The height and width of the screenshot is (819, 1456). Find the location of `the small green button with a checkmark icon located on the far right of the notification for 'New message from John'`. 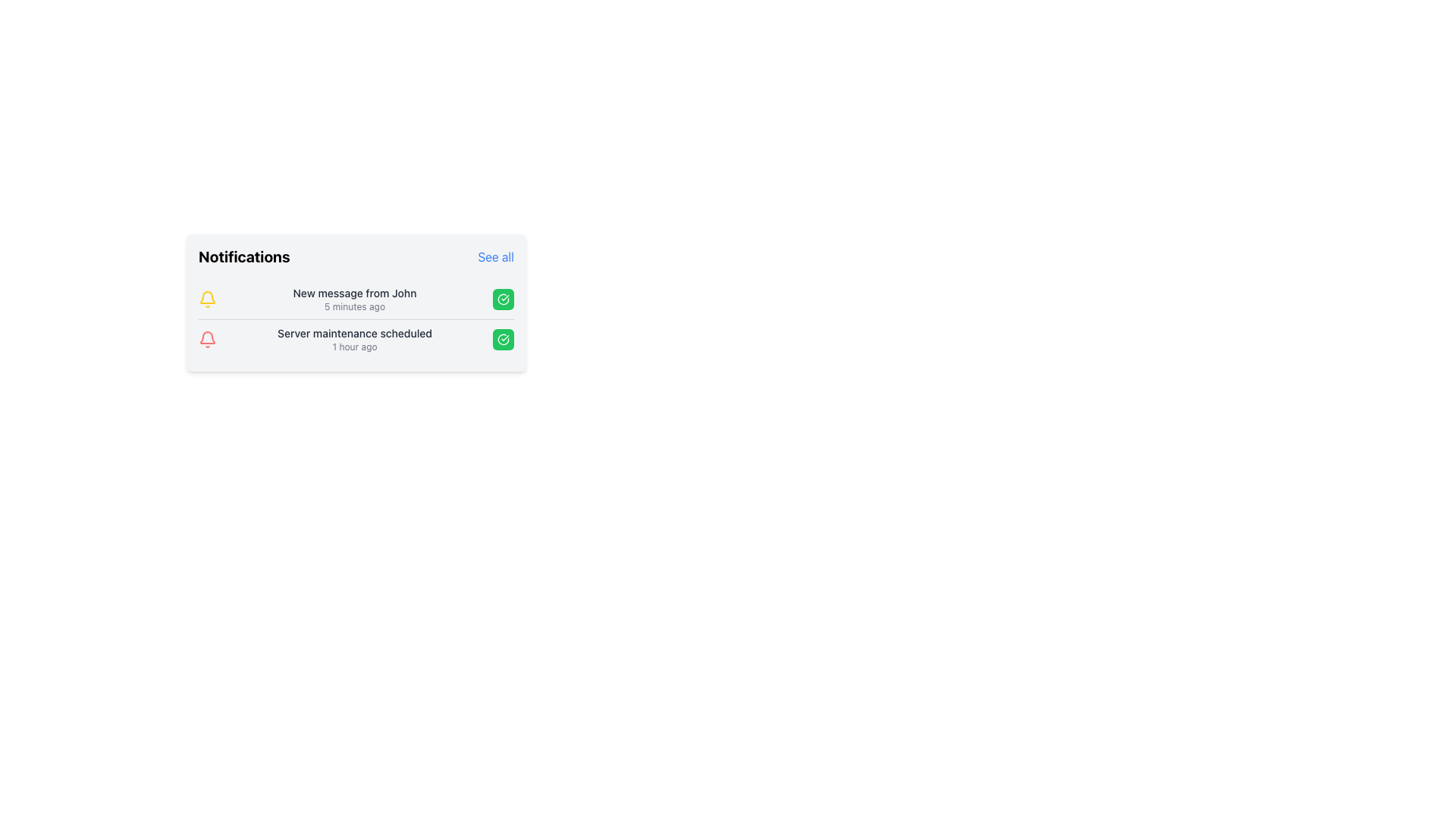

the small green button with a checkmark icon located on the far right of the notification for 'New message from John' is located at coordinates (503, 299).